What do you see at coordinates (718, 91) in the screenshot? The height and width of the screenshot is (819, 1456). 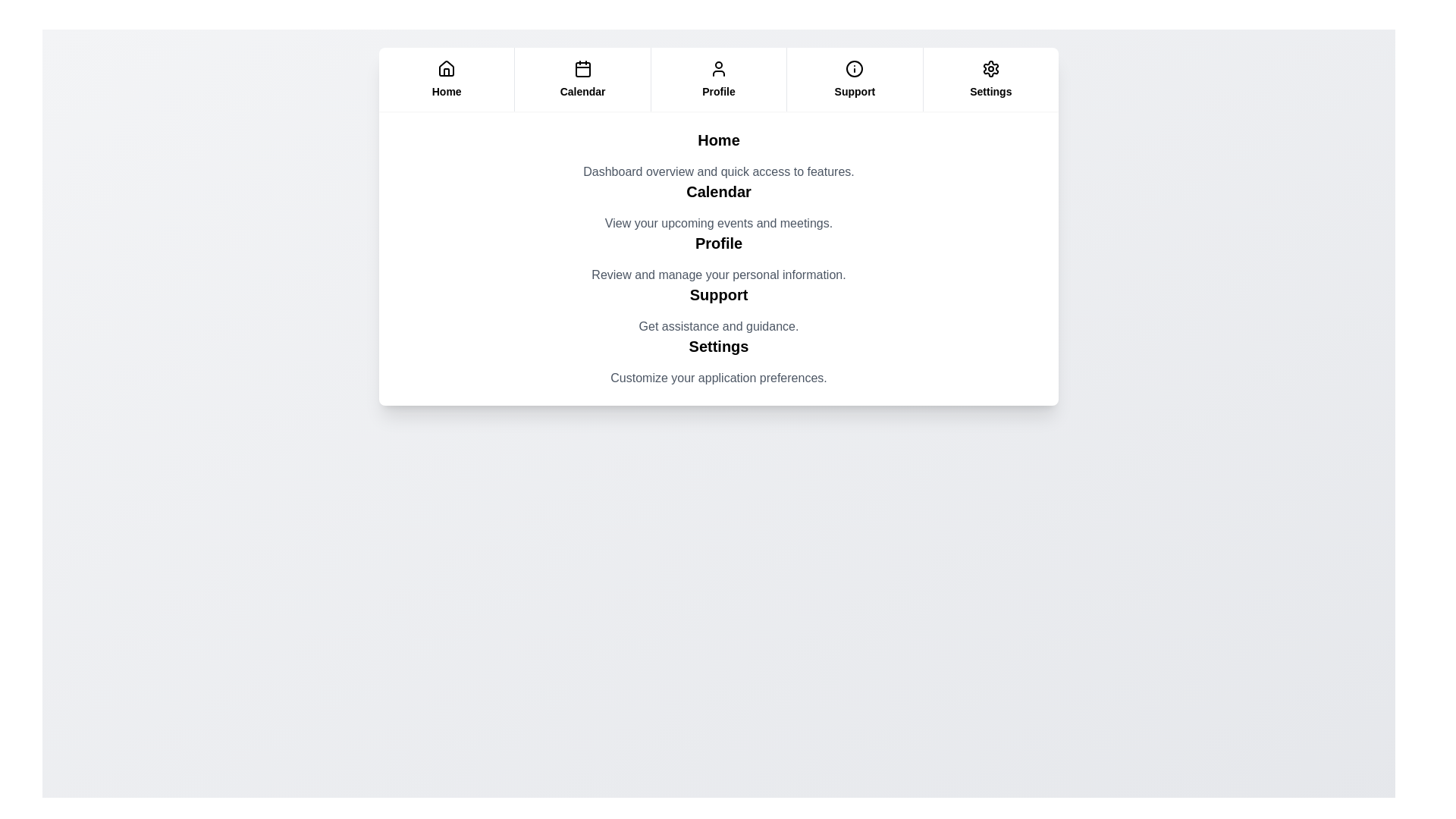 I see `the 'Profile' navigation tab label located in the third tab of the horizontal navigation bar, which is vertically centered under the user icon` at bounding box center [718, 91].